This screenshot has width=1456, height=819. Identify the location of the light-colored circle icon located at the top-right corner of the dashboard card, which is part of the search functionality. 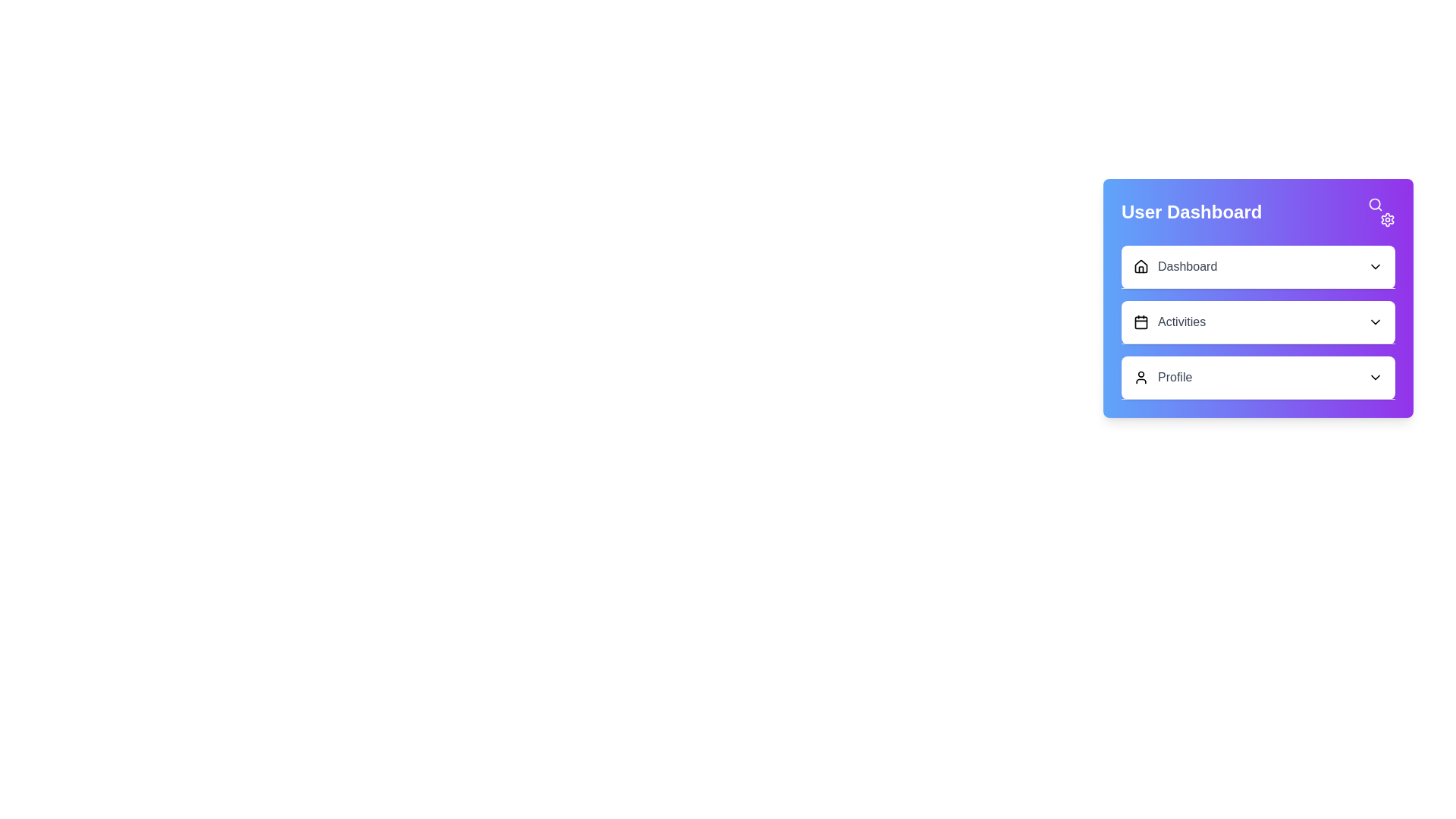
(1375, 203).